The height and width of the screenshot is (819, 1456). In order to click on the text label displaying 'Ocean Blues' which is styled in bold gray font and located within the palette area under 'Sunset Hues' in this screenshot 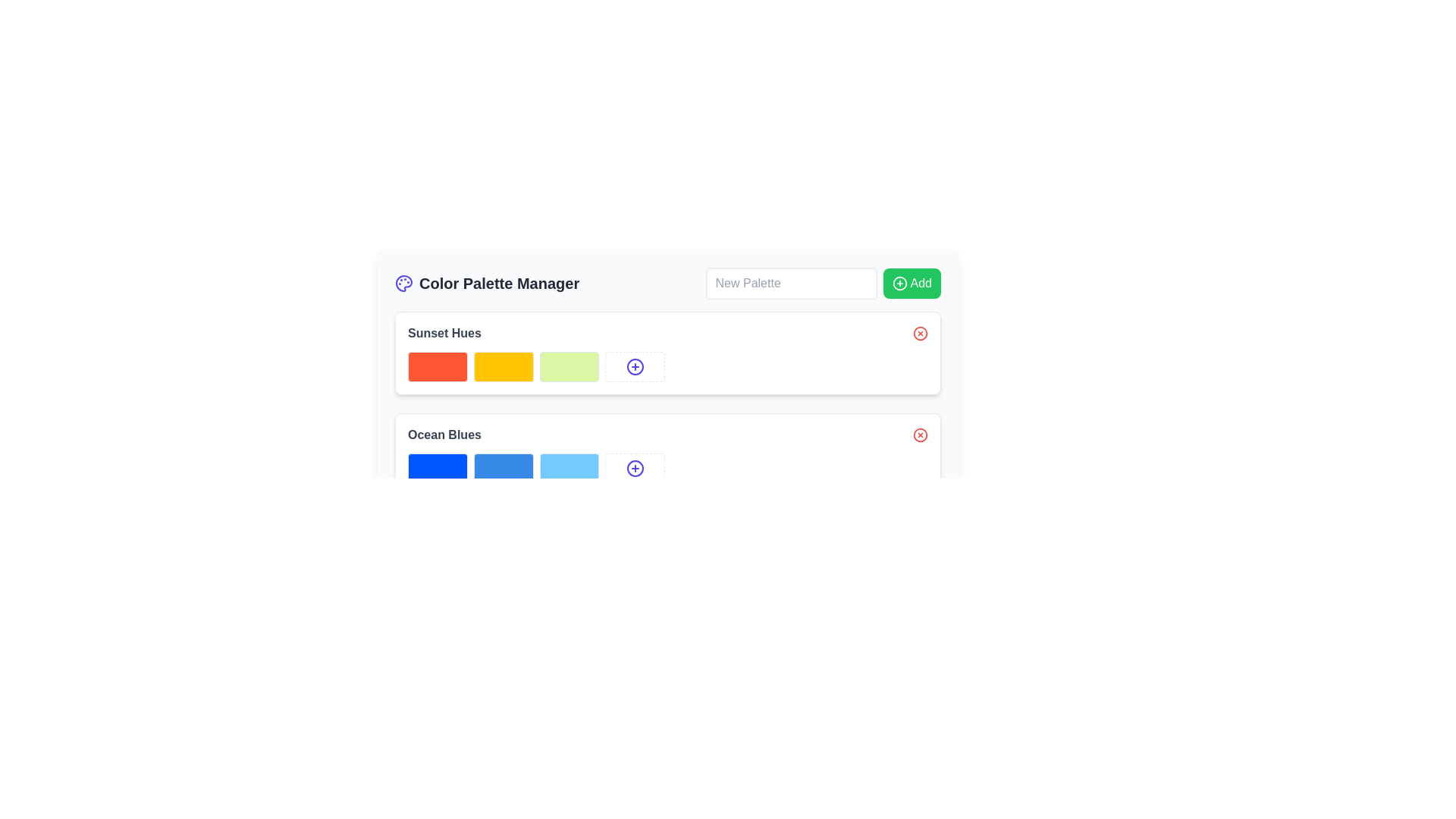, I will do `click(444, 435)`.